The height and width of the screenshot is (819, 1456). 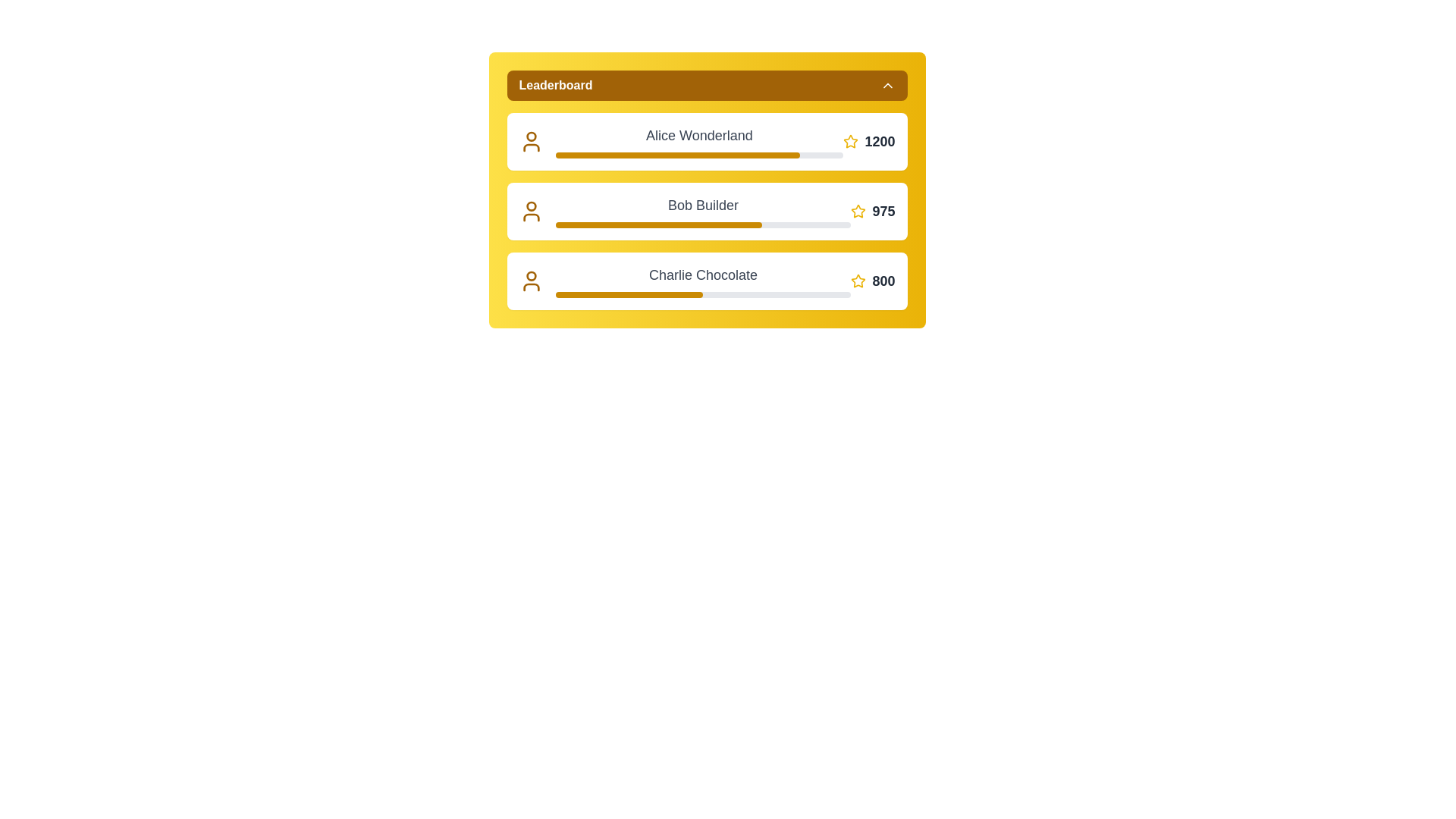 What do you see at coordinates (702, 225) in the screenshot?
I see `the yellow progress bar located under 'Bob Builder' in the leaderboard layout to potentially interact with it if enabled` at bounding box center [702, 225].